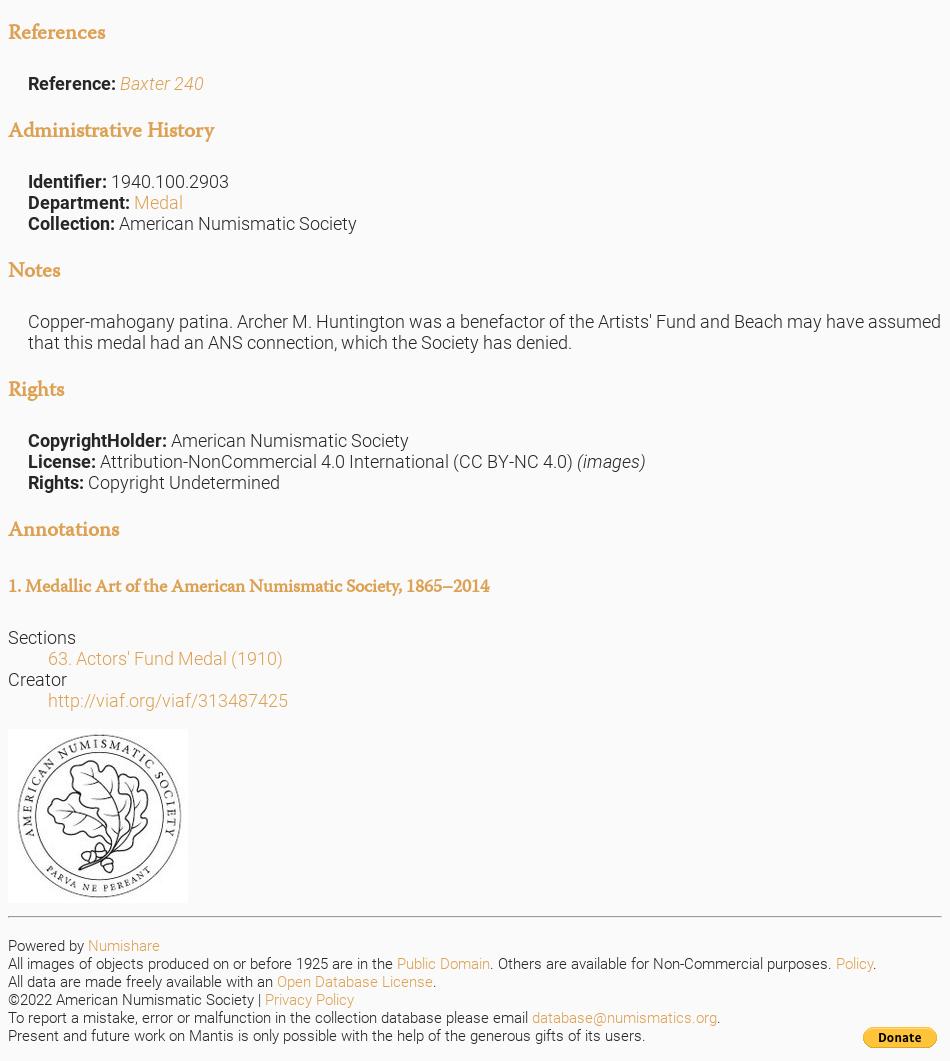 The height and width of the screenshot is (1061, 950). I want to click on '©2022 American Numismatic Society |', so click(7, 998).